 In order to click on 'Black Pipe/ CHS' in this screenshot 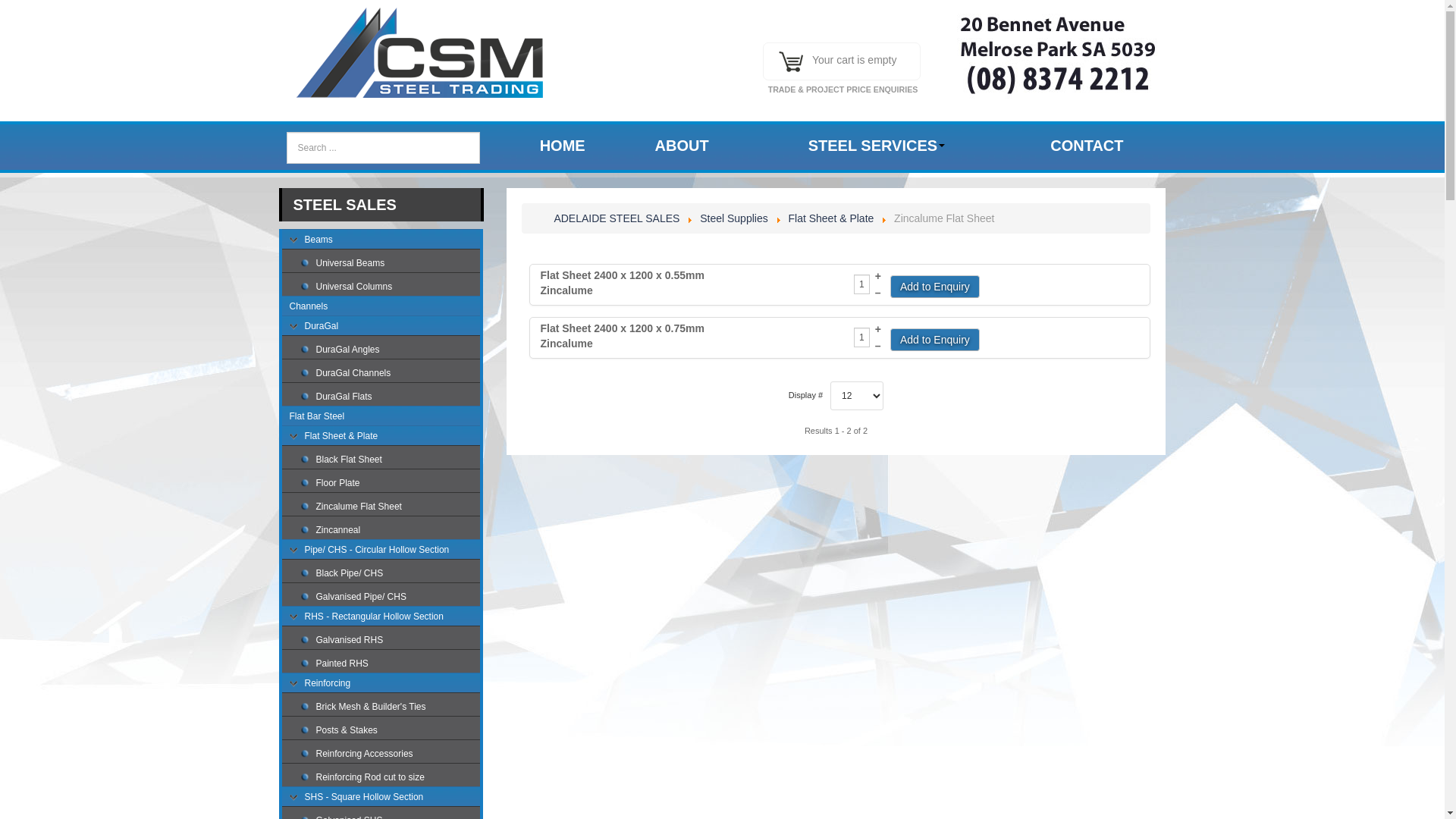, I will do `click(390, 575)`.